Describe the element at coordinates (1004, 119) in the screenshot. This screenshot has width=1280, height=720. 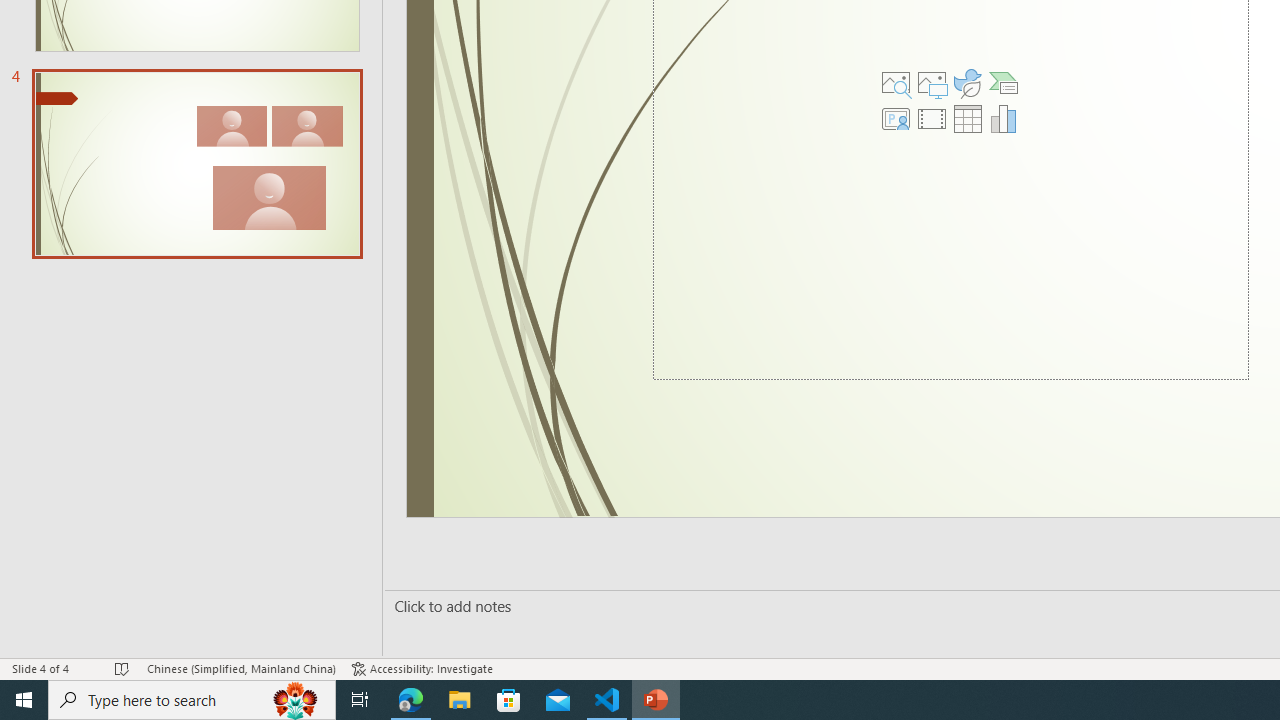
I see `'Insert Chart'` at that location.